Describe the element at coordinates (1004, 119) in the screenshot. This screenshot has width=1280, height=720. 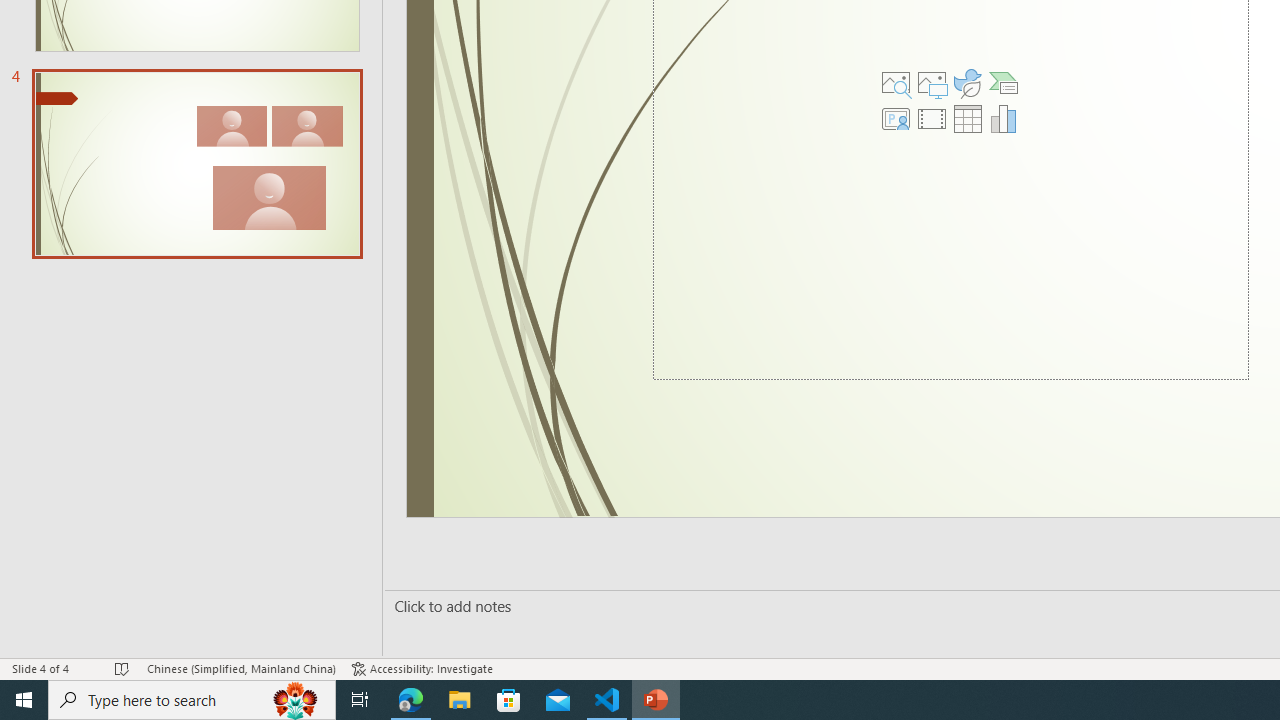
I see `'Insert Chart'` at that location.